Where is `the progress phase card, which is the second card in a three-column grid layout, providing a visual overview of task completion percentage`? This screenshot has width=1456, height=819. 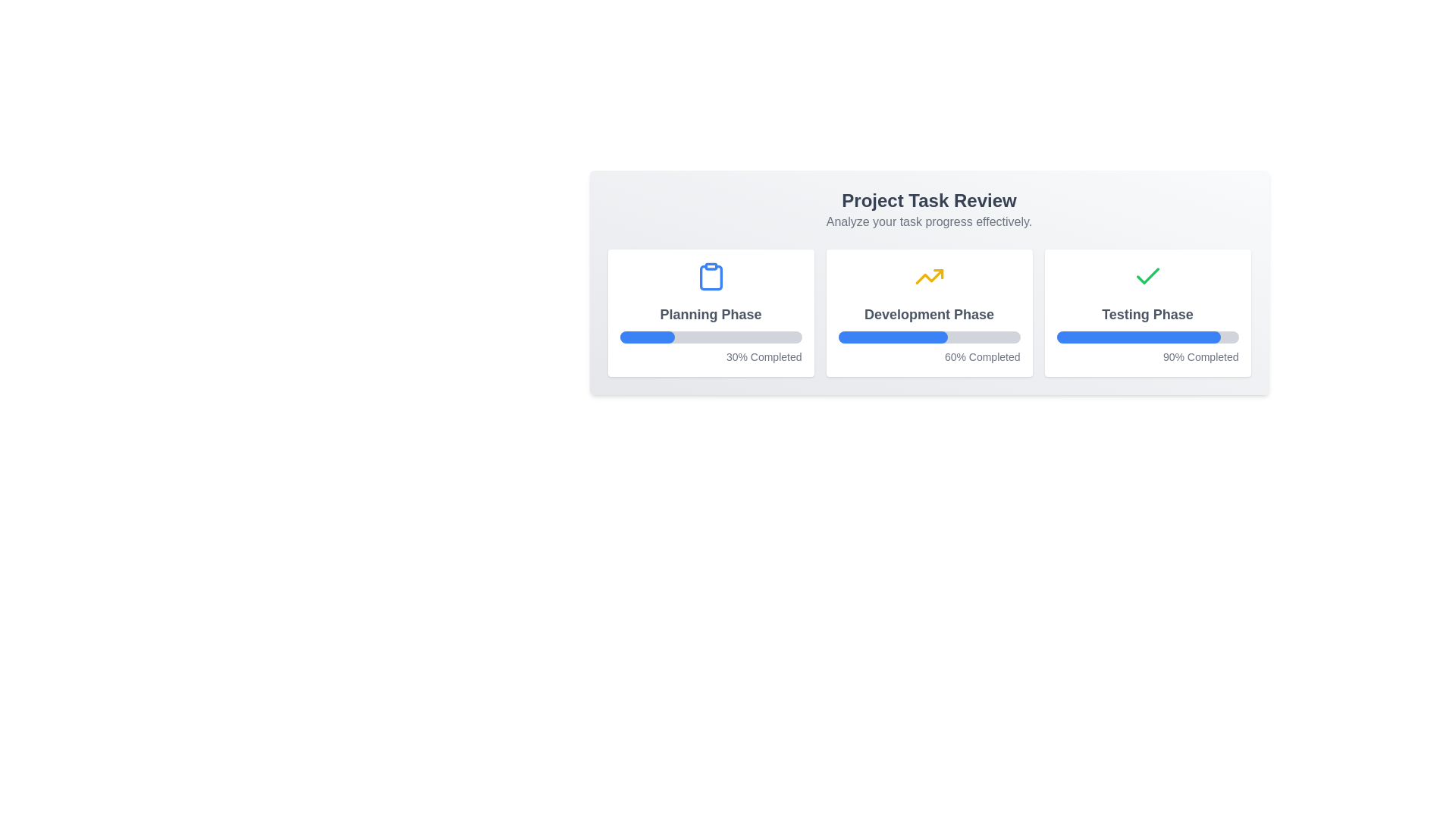 the progress phase card, which is the second card in a three-column grid layout, providing a visual overview of task completion percentage is located at coordinates (928, 312).